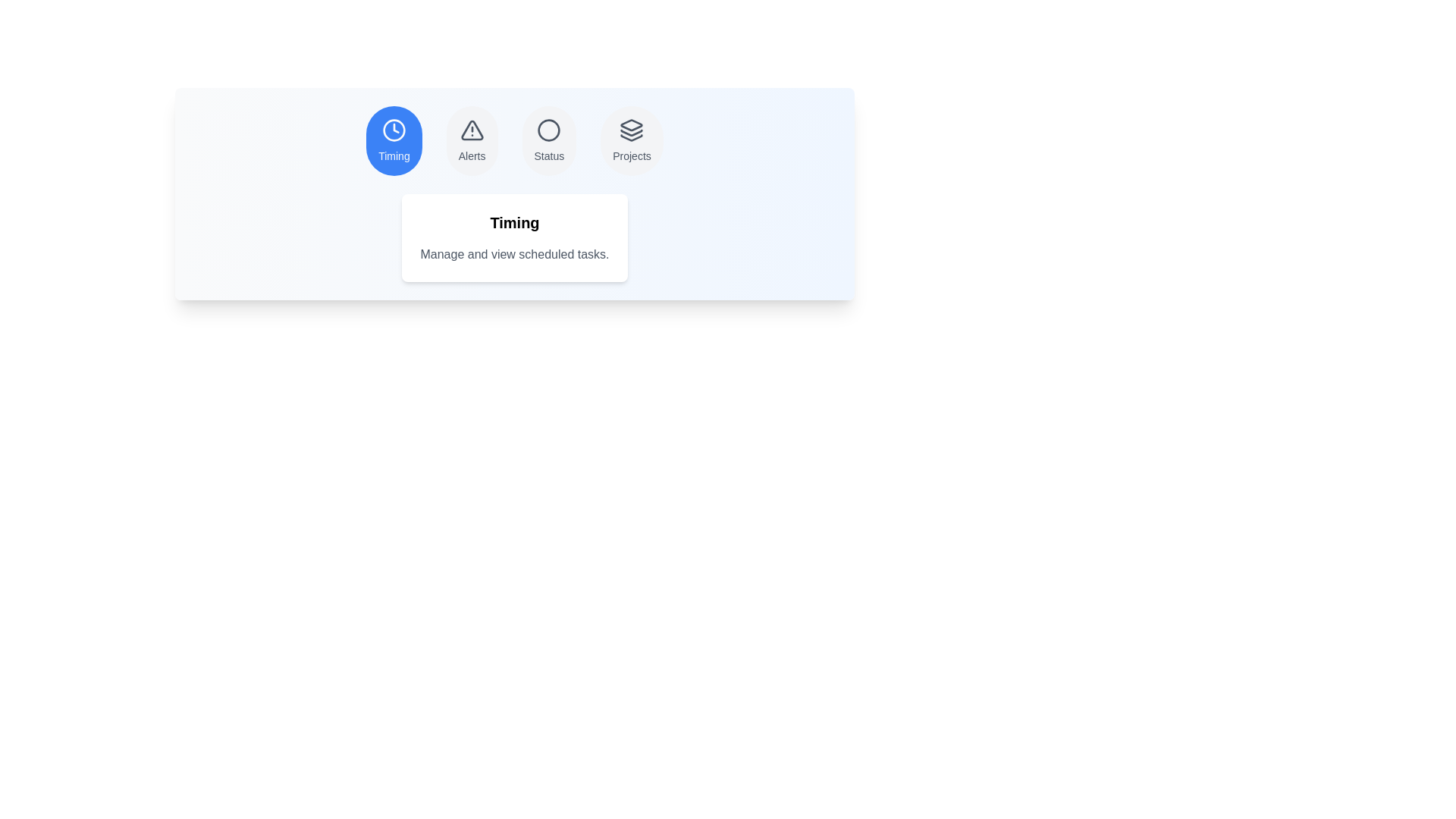 The image size is (1456, 819). I want to click on the tab labeled Timing, so click(394, 140).